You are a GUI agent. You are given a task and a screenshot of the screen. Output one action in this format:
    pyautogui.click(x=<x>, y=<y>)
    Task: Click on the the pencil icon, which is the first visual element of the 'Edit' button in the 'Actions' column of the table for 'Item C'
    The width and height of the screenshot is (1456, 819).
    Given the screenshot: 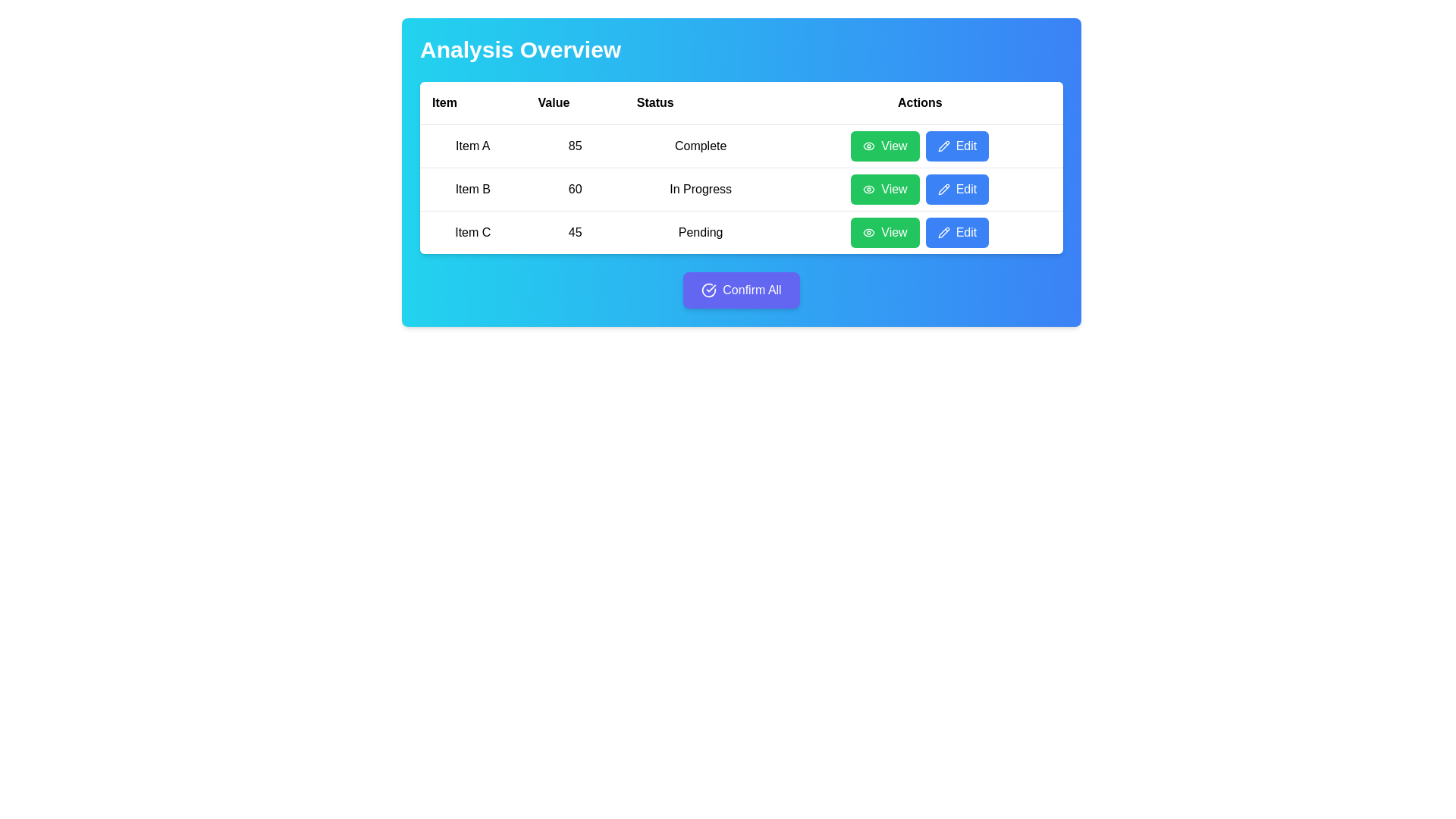 What is the action you would take?
    pyautogui.click(x=943, y=233)
    